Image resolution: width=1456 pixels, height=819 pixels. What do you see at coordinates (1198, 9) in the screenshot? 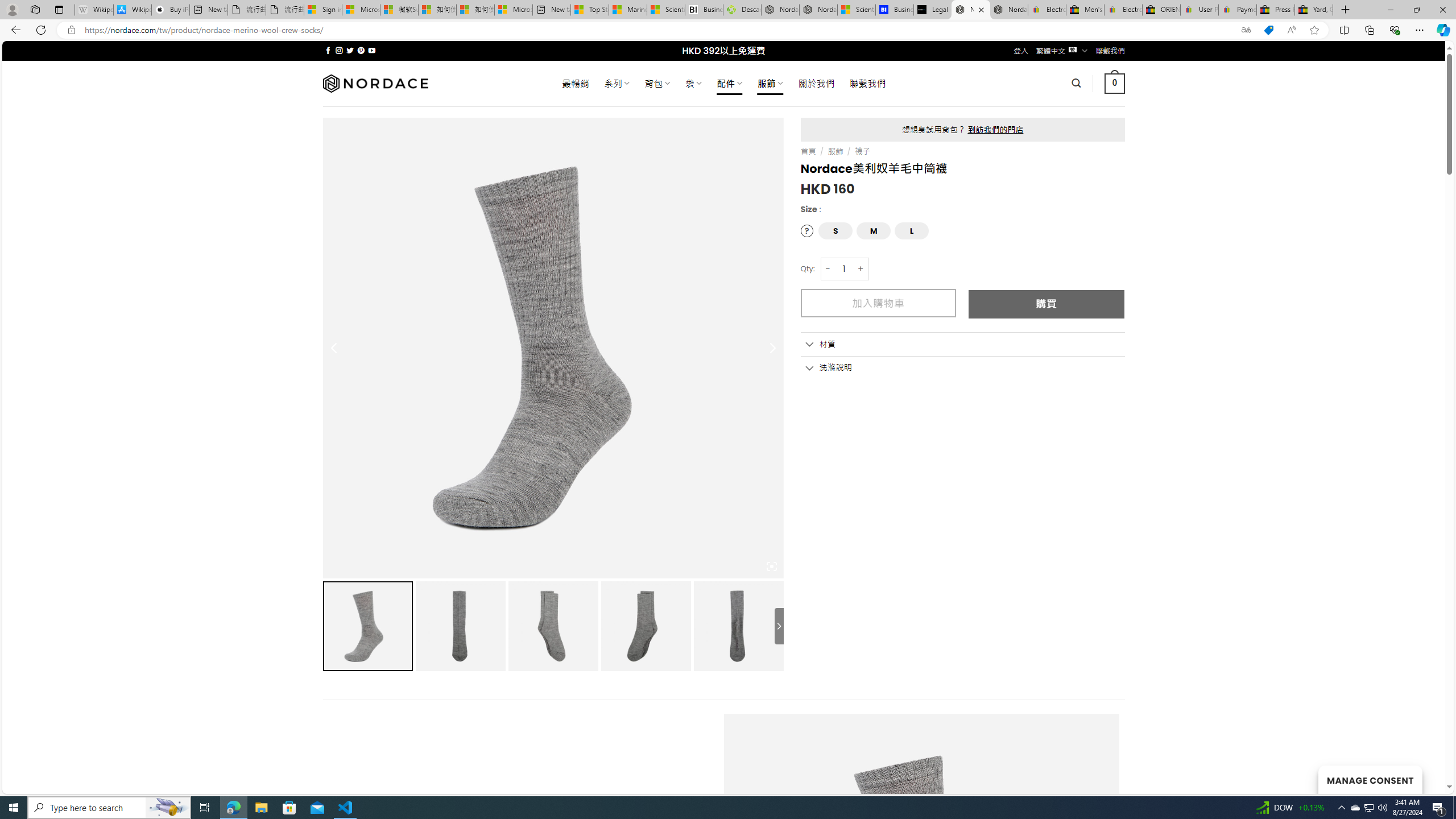
I see `'User Privacy Notice | eBay'` at bounding box center [1198, 9].